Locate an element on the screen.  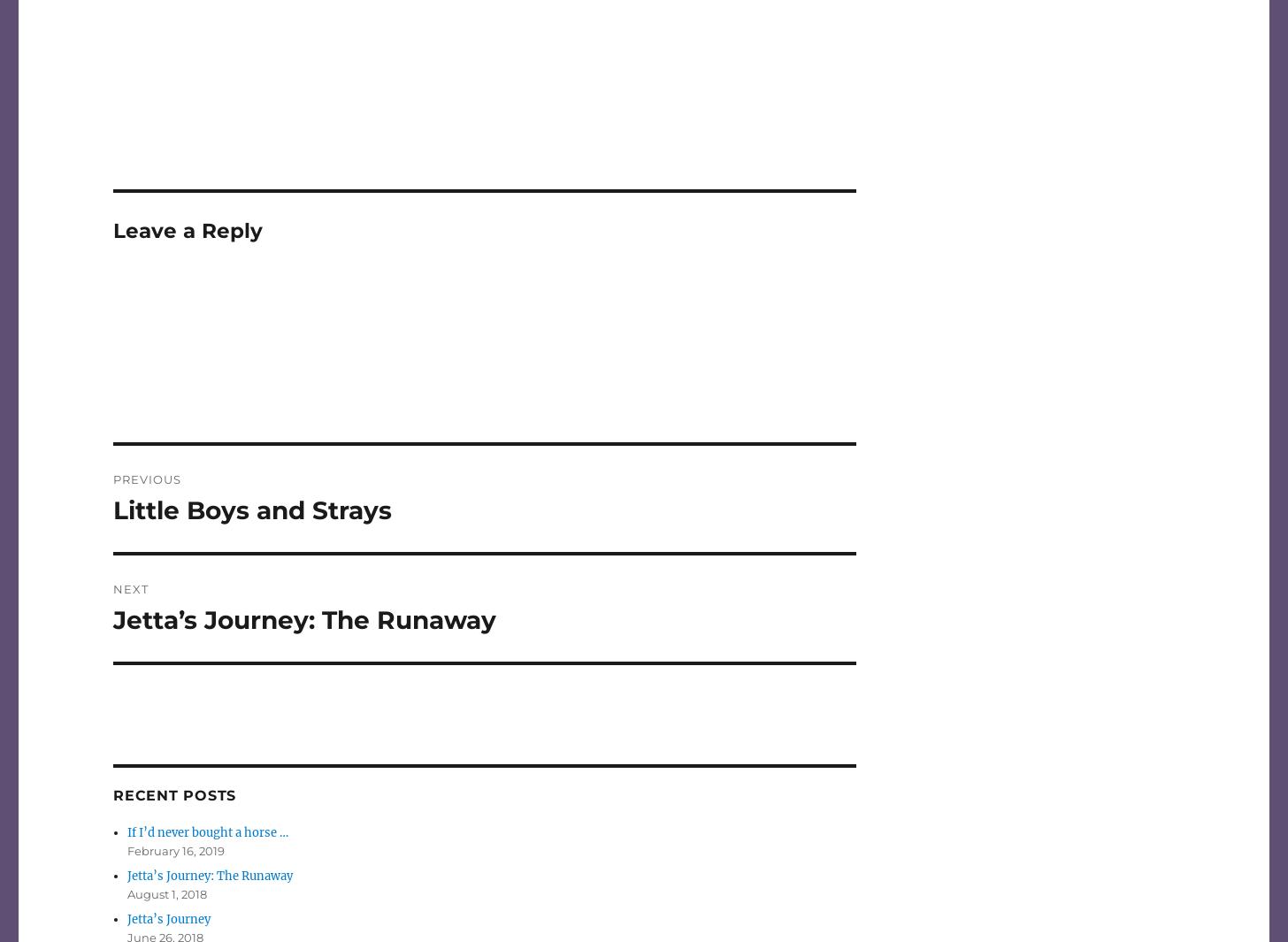
'August 1, 2018' is located at coordinates (166, 894).